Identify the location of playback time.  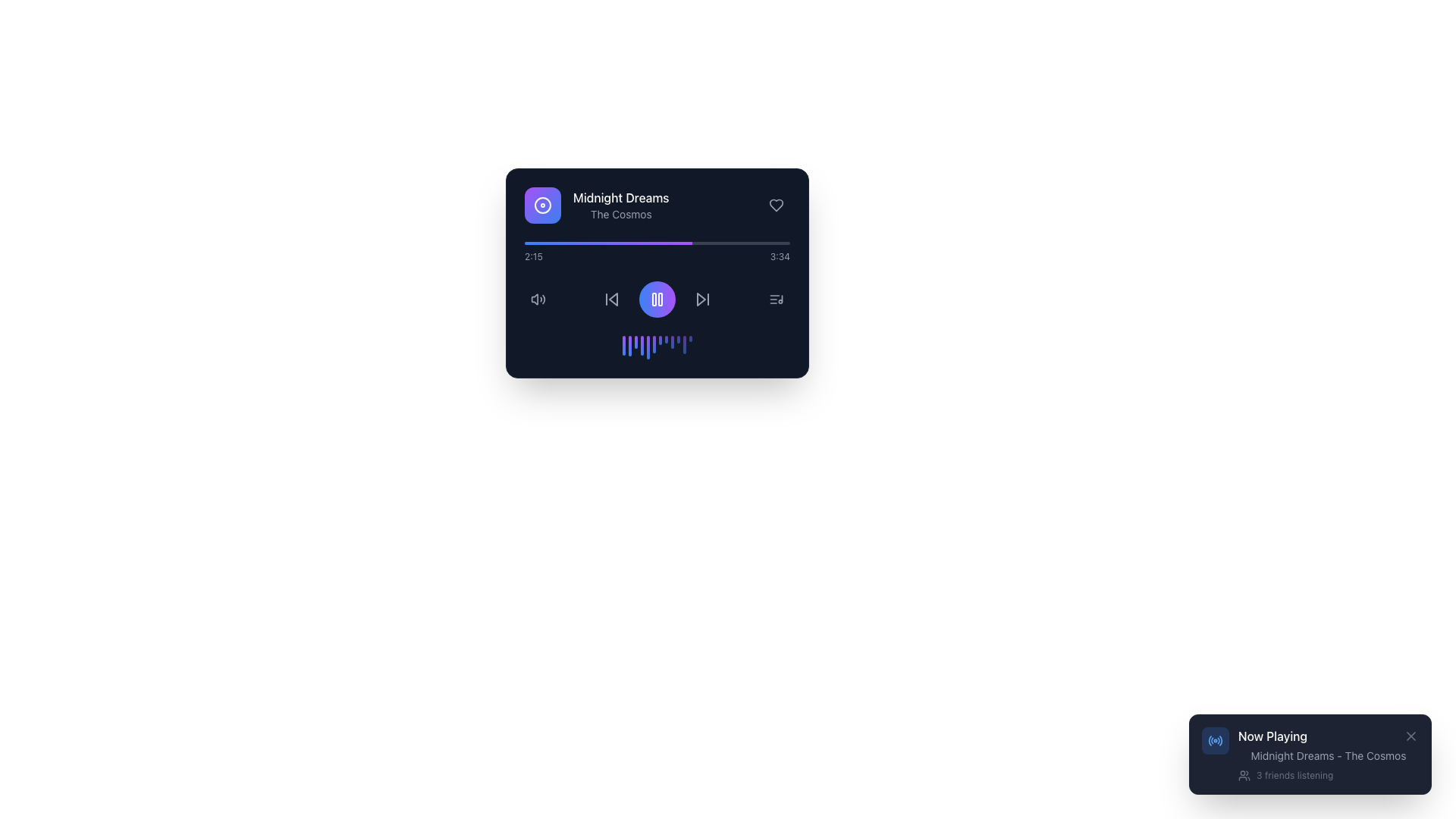
(556, 242).